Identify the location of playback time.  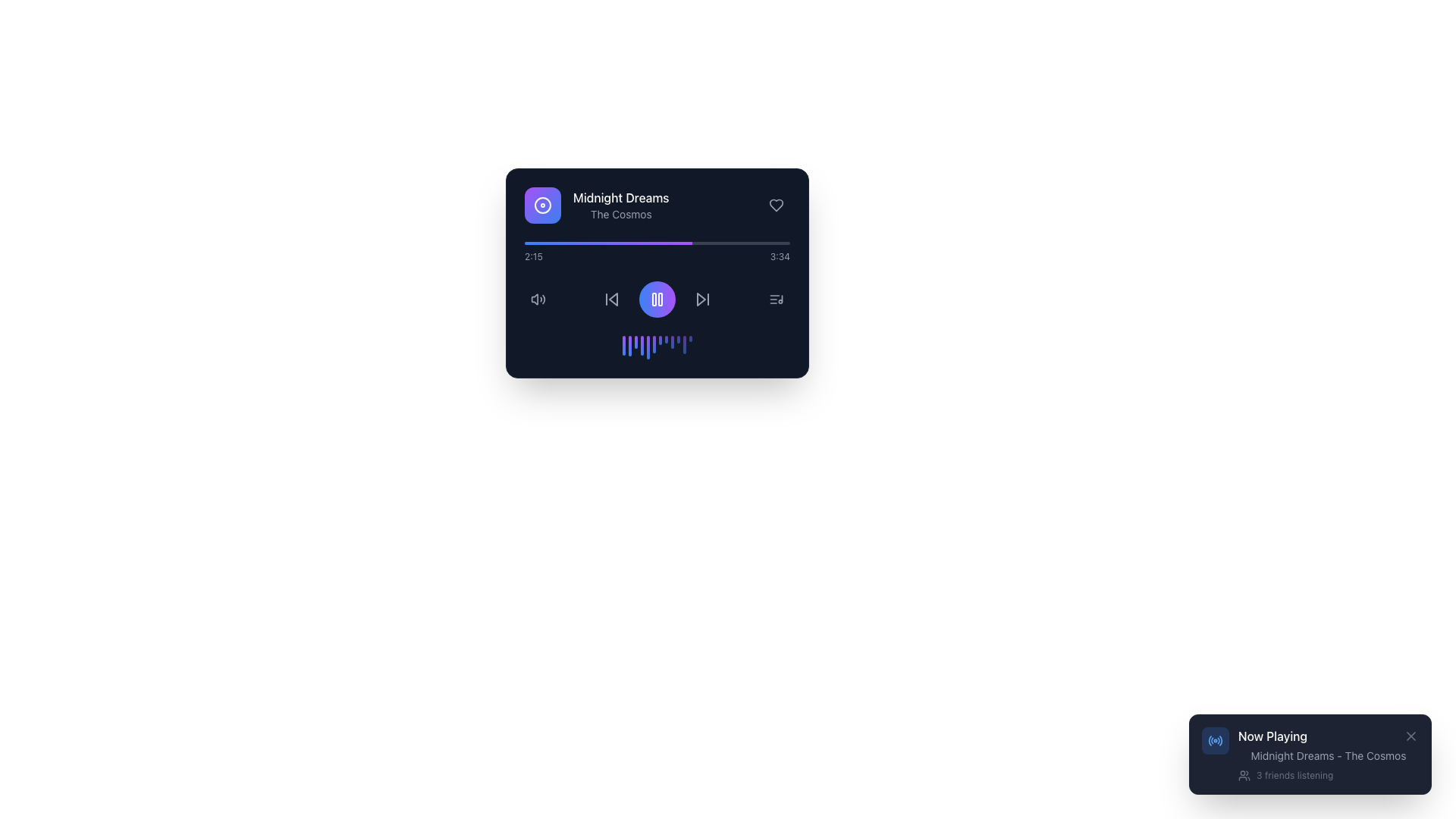
(556, 242).